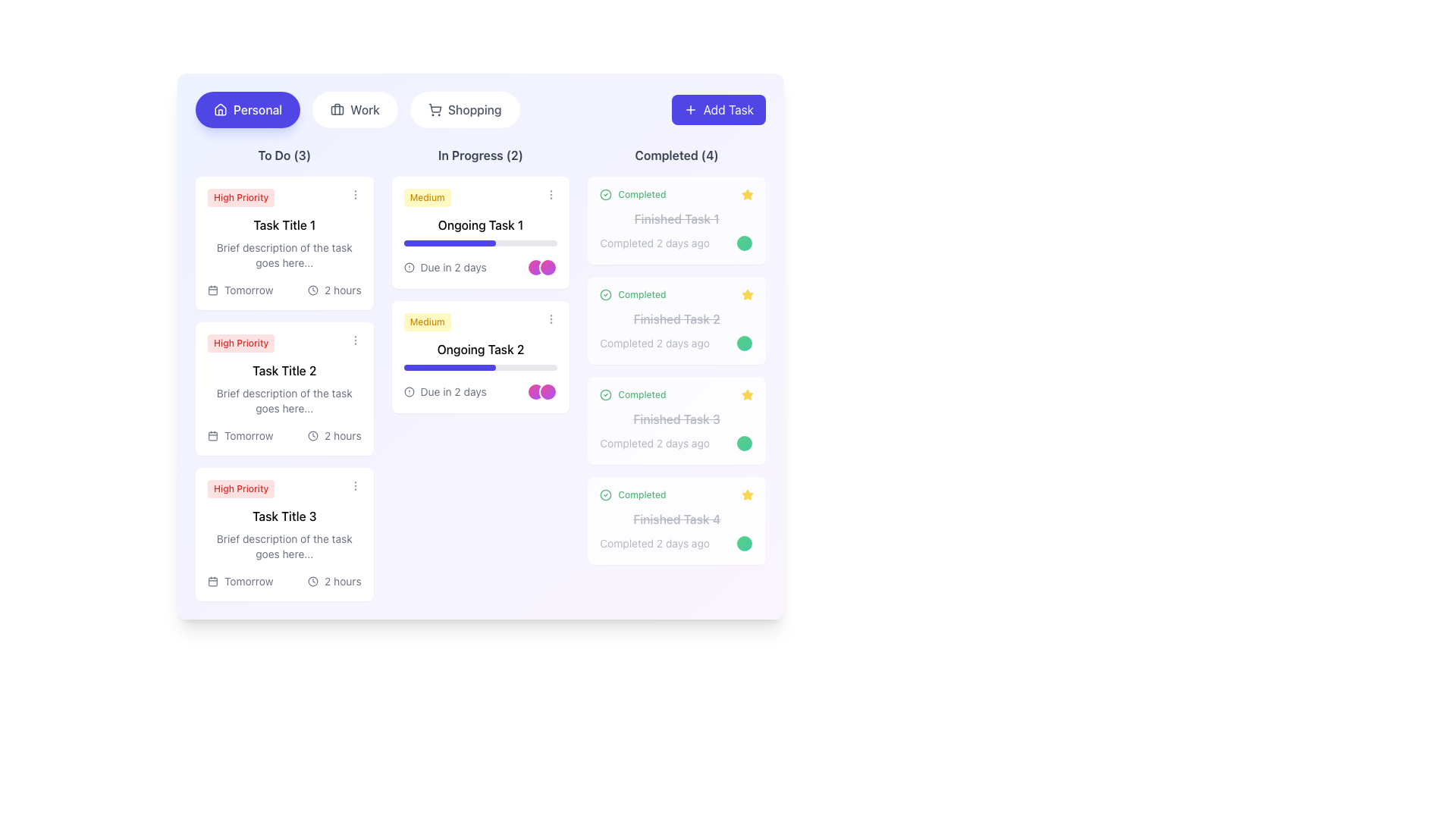 The image size is (1456, 819). What do you see at coordinates (548, 267) in the screenshot?
I see `the second circular Decorative Indicator element, which features a pink to purple gradient fill and is located near the bottom right corner of the 'Ongoing Task 1' card in the 'In Progress' section` at bounding box center [548, 267].